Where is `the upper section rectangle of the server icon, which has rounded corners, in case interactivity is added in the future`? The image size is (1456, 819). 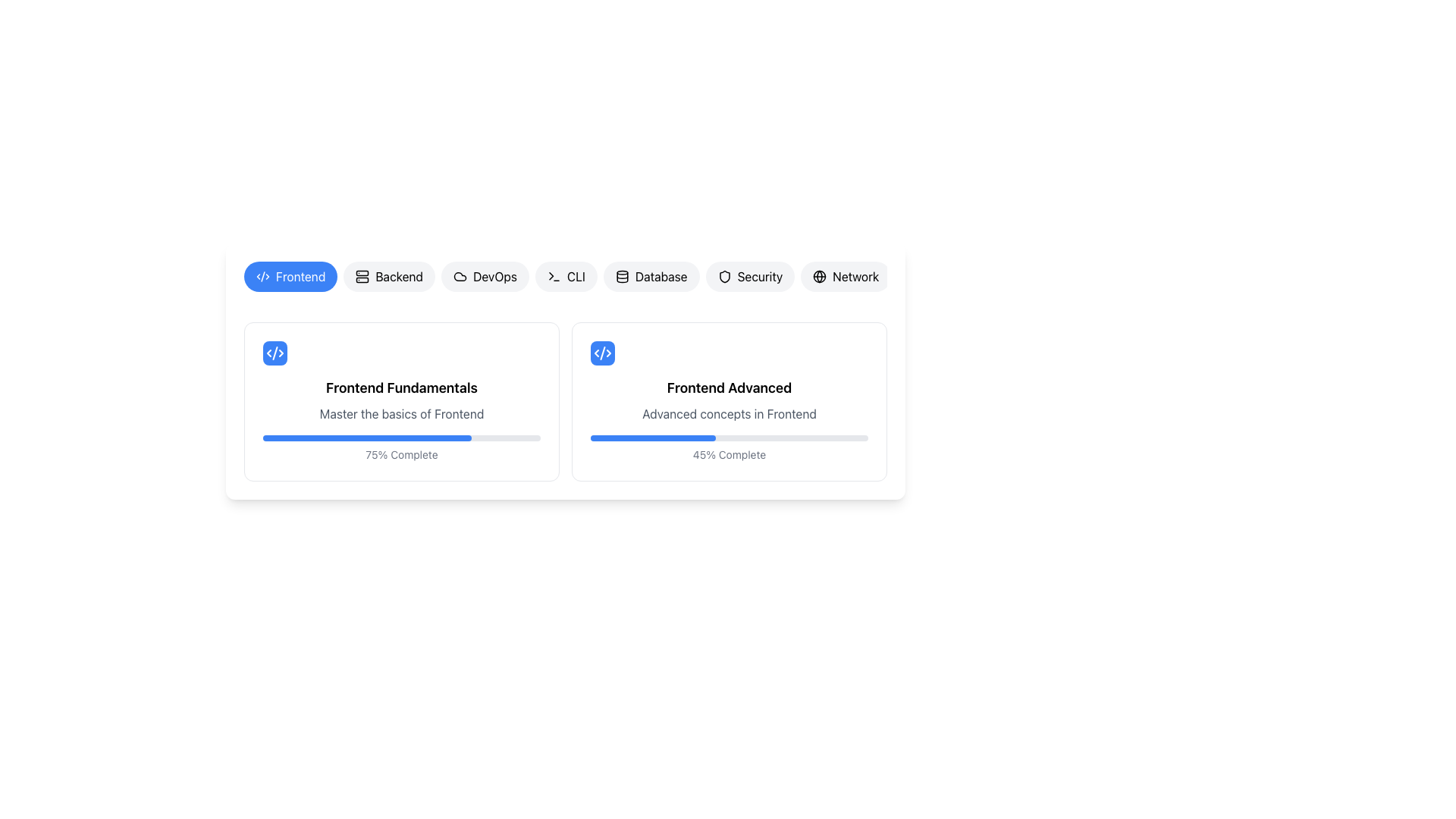
the upper section rectangle of the server icon, which has rounded corners, in case interactivity is added in the future is located at coordinates (362, 273).